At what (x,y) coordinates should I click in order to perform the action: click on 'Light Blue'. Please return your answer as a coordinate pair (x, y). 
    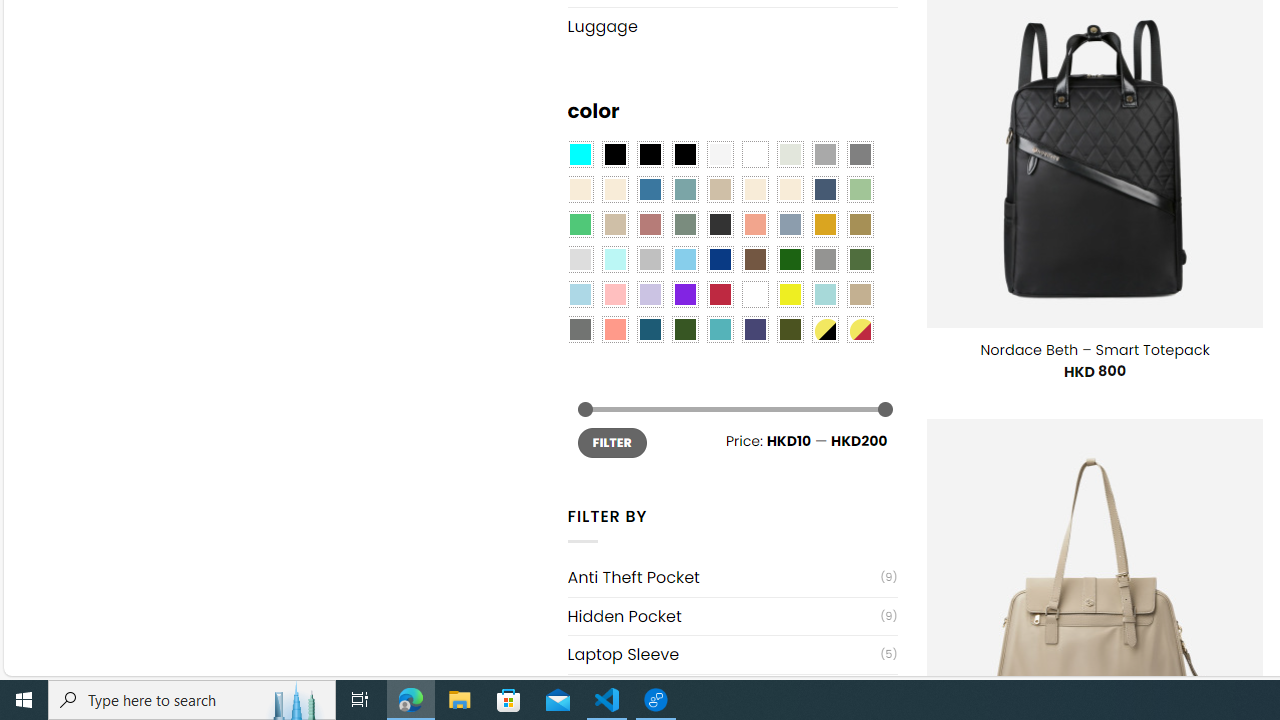
    Looking at the image, I should click on (578, 295).